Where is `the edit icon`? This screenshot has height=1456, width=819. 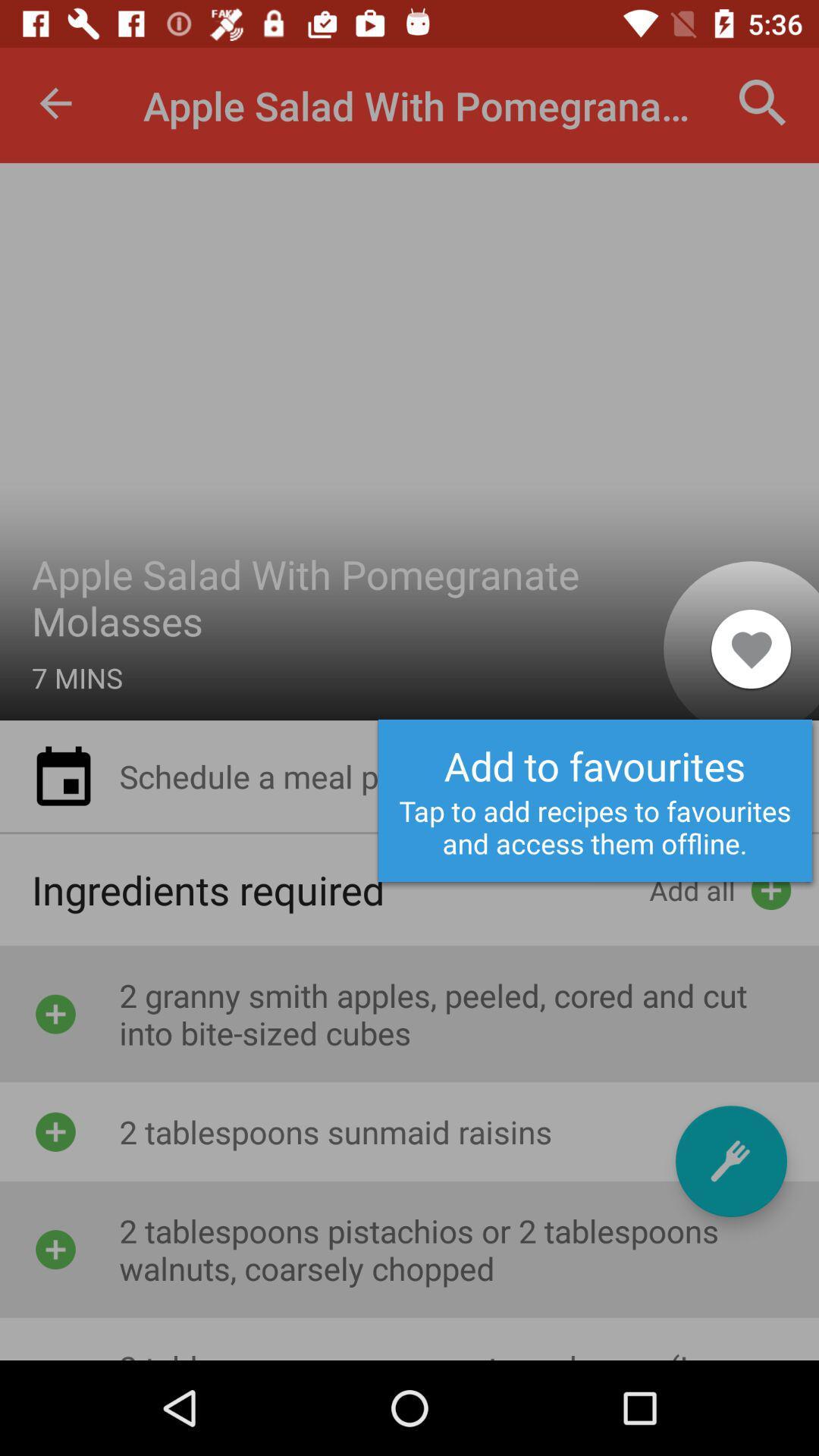
the edit icon is located at coordinates (730, 1160).